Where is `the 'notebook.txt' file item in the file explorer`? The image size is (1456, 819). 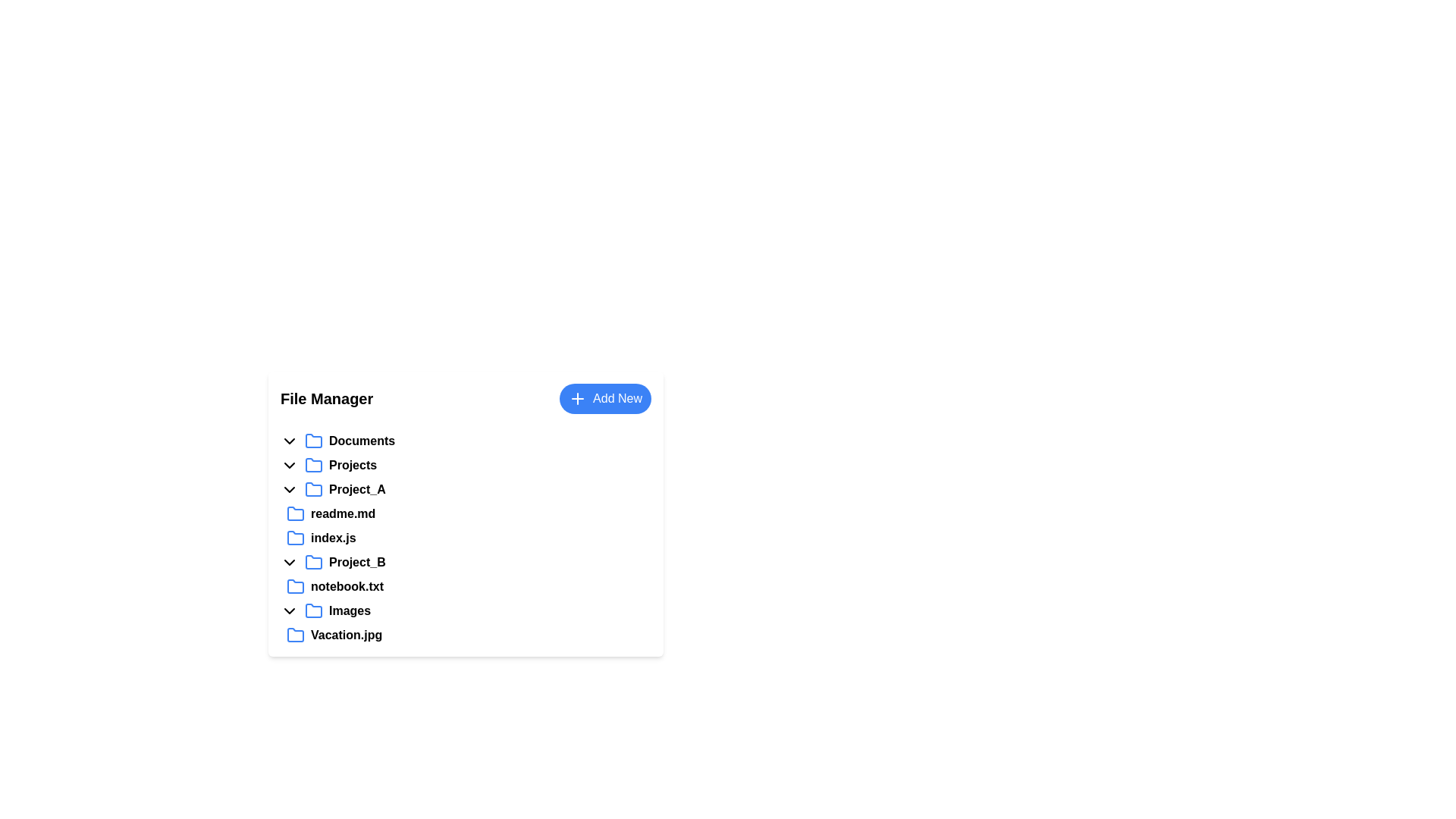 the 'notebook.txt' file item in the file explorer is located at coordinates (465, 586).